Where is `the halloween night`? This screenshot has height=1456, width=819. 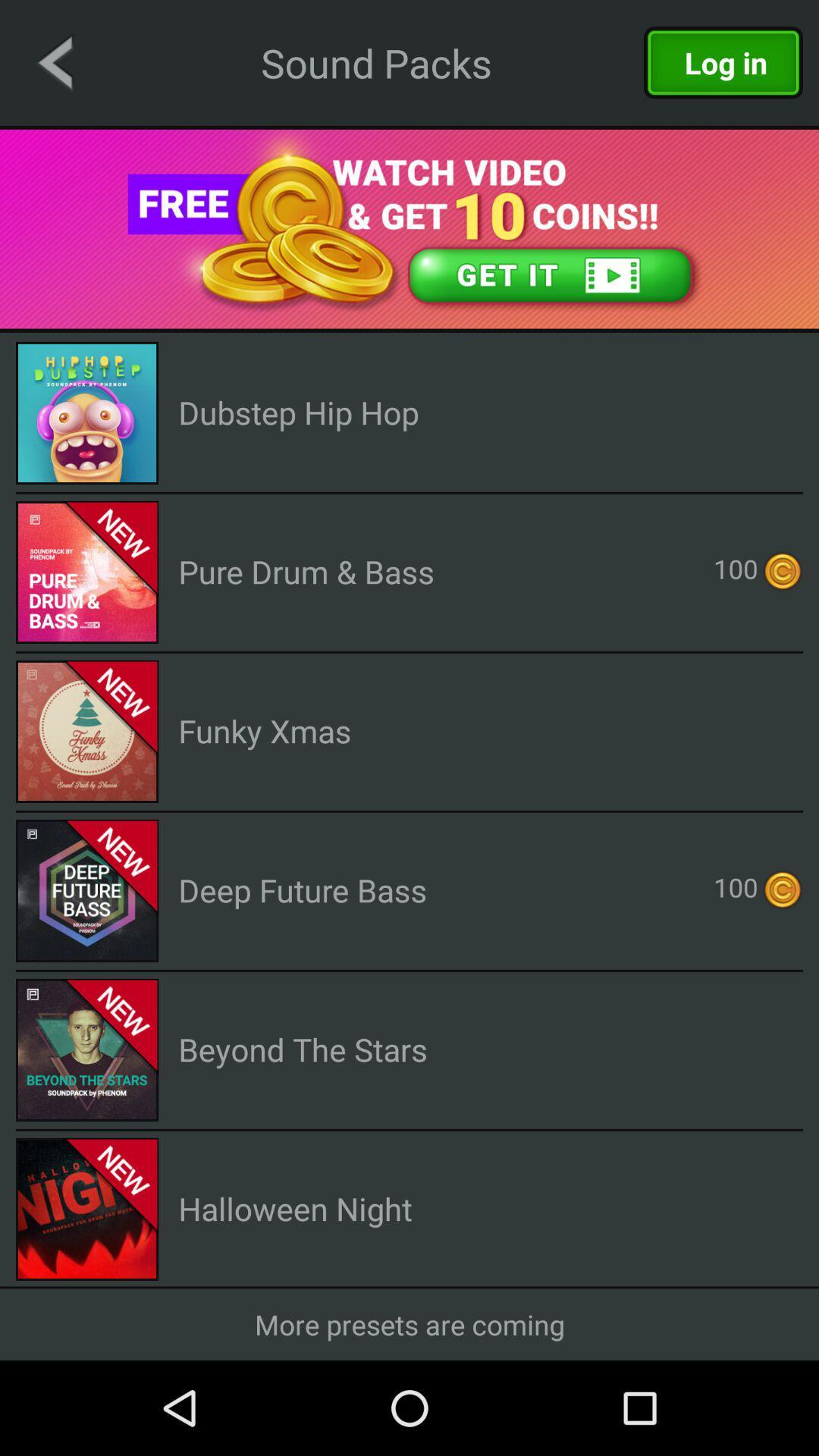 the halloween night is located at coordinates (295, 1207).